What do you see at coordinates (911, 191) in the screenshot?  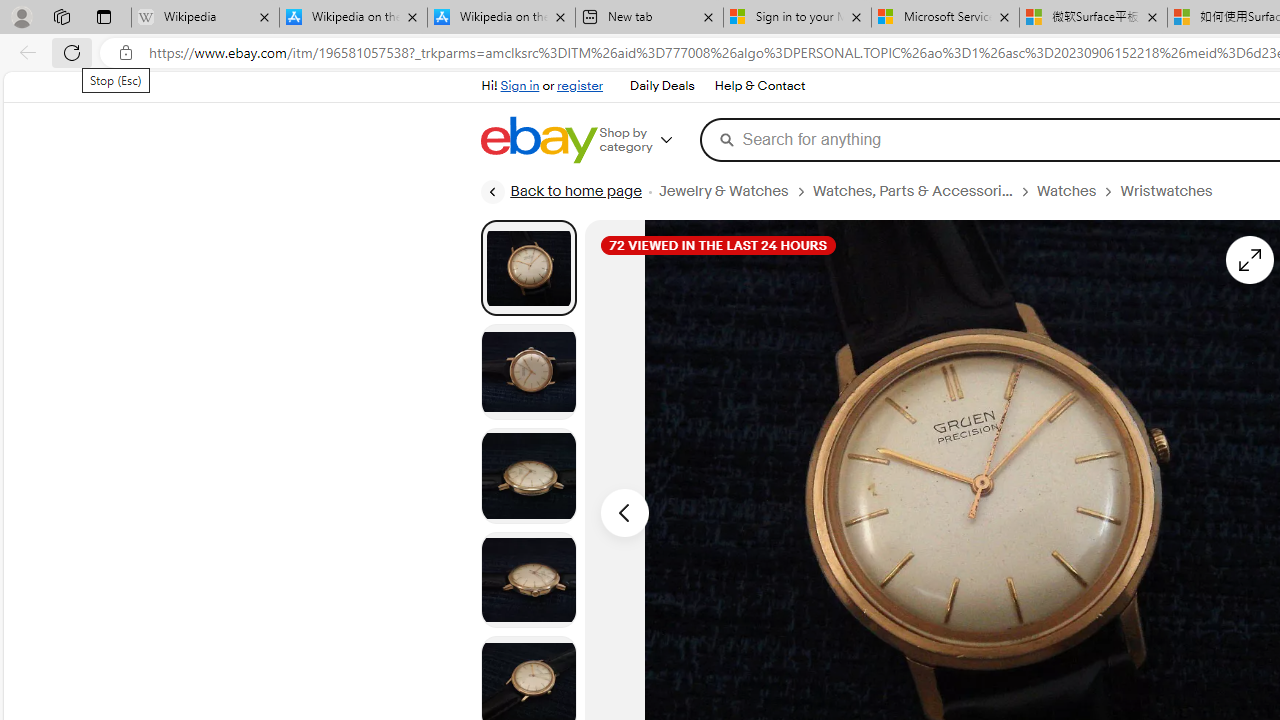 I see `'Watches, Parts & Accessories'` at bounding box center [911, 191].